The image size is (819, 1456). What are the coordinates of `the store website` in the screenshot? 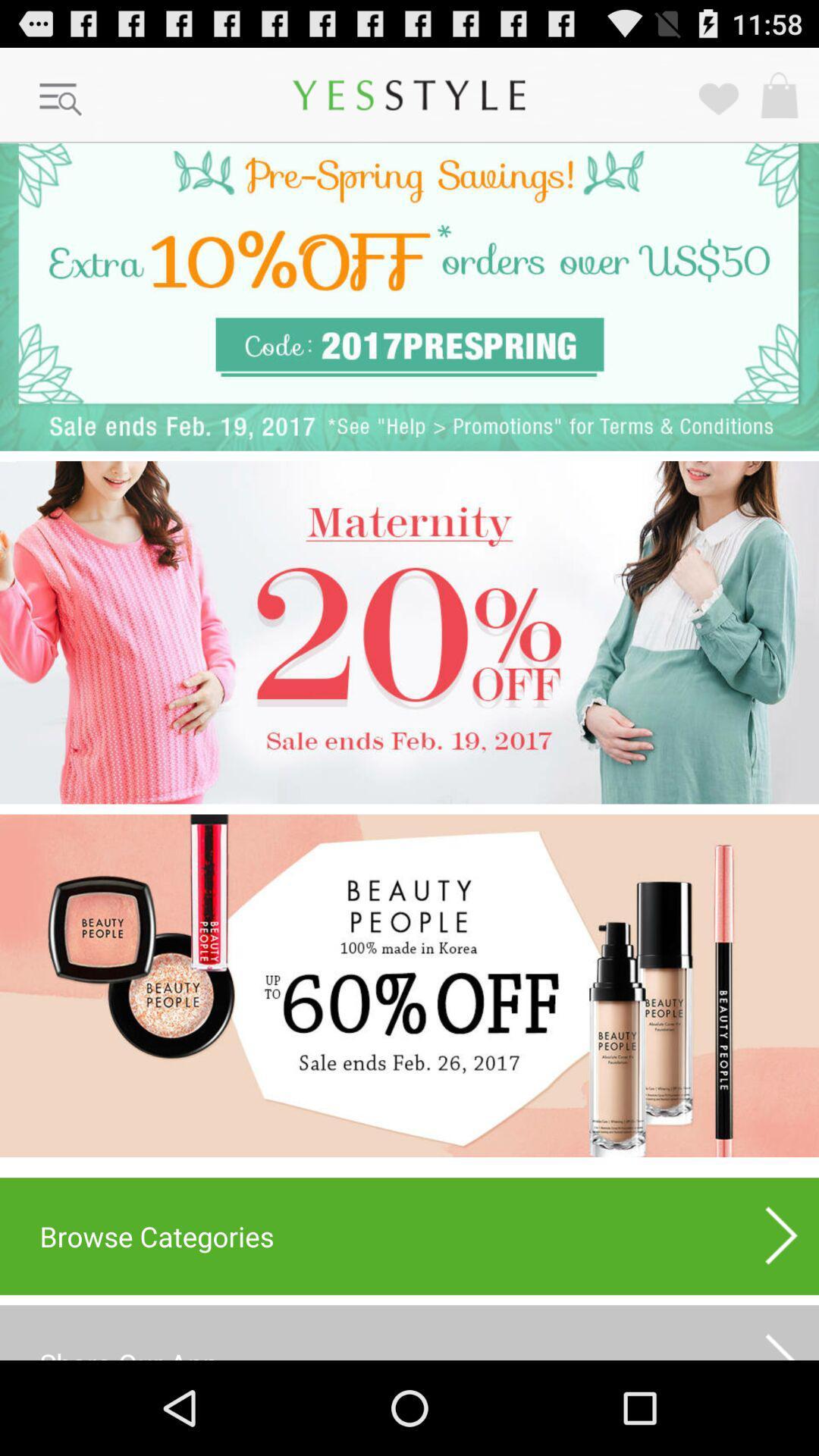 It's located at (409, 986).